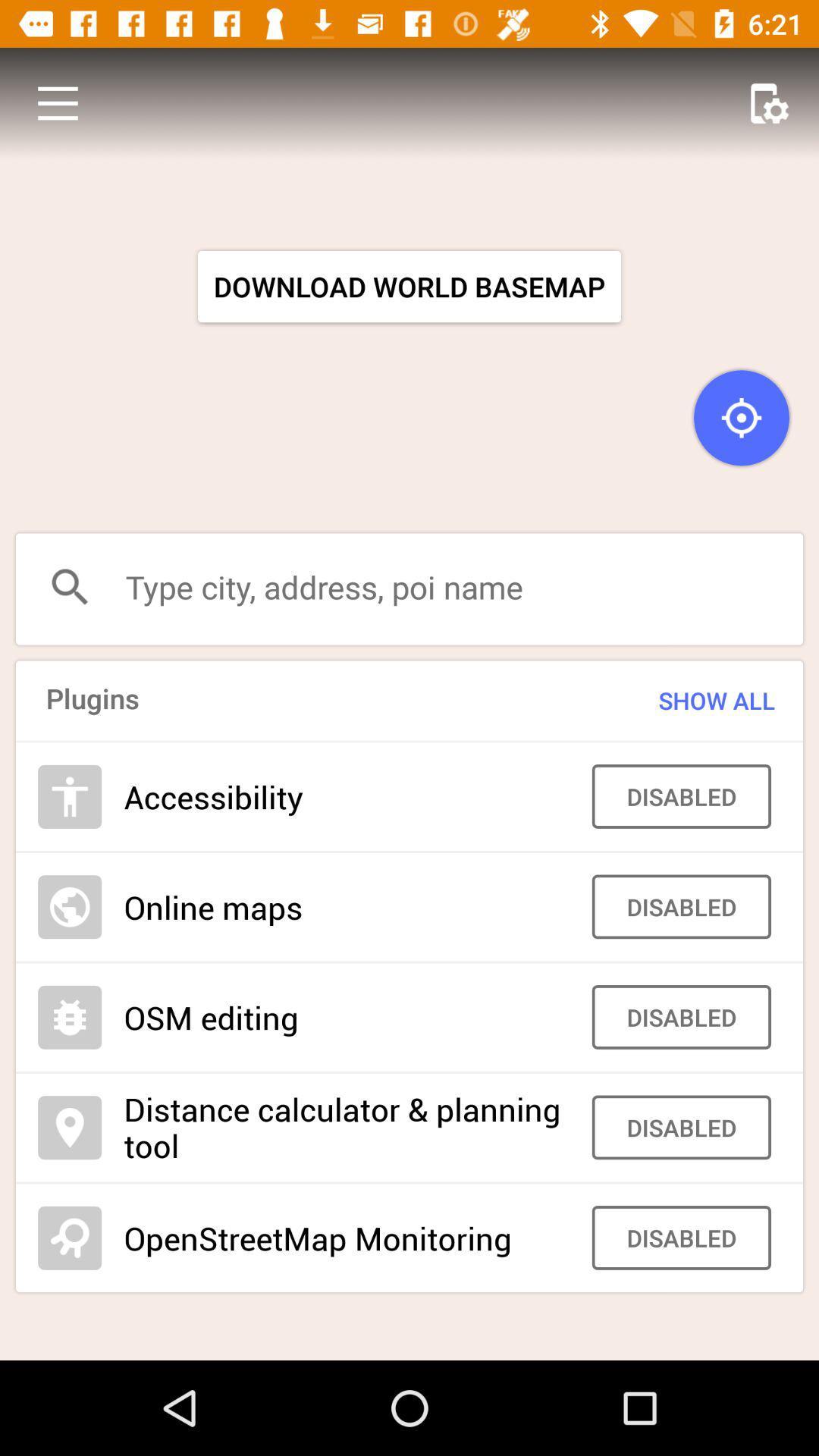 The image size is (819, 1456). What do you see at coordinates (57, 102) in the screenshot?
I see `the item at the top left corner` at bounding box center [57, 102].